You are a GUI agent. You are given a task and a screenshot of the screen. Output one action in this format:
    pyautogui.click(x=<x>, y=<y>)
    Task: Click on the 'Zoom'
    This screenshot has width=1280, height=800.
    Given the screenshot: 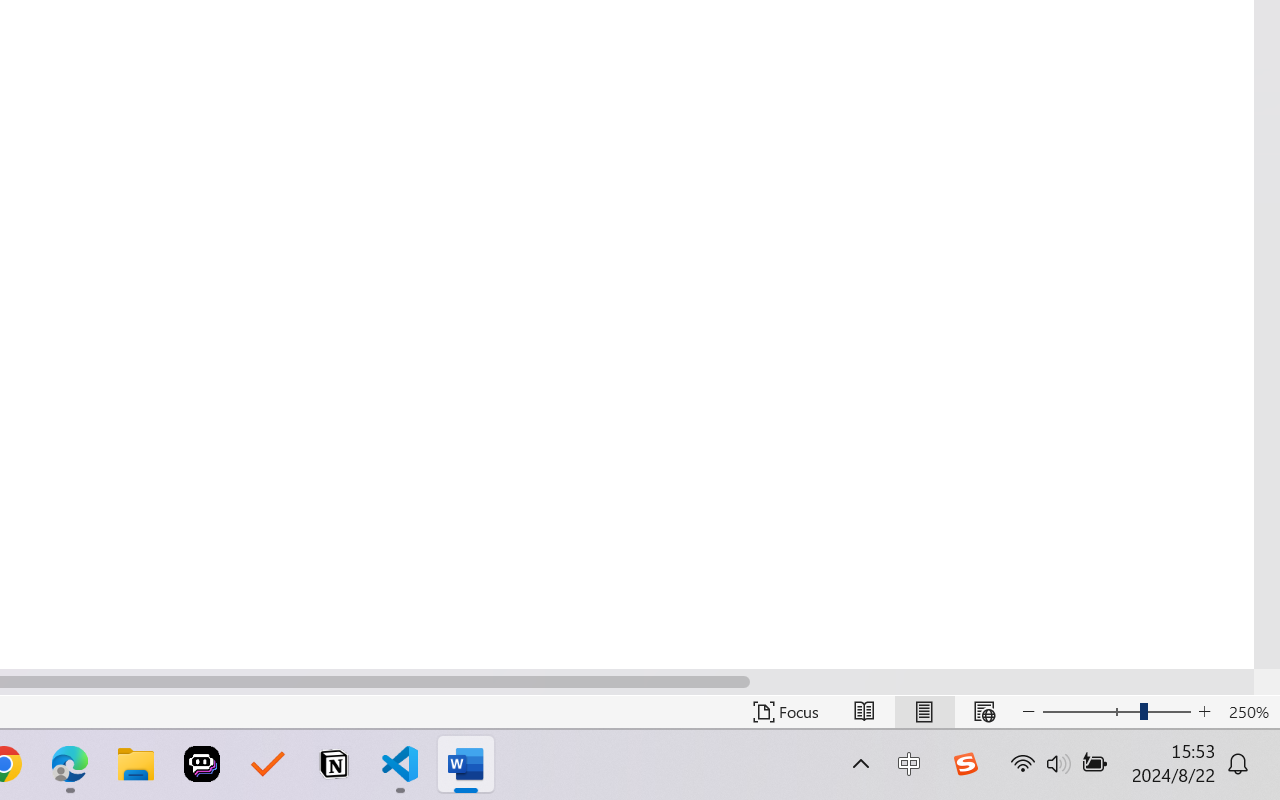 What is the action you would take?
    pyautogui.click(x=1115, y=711)
    